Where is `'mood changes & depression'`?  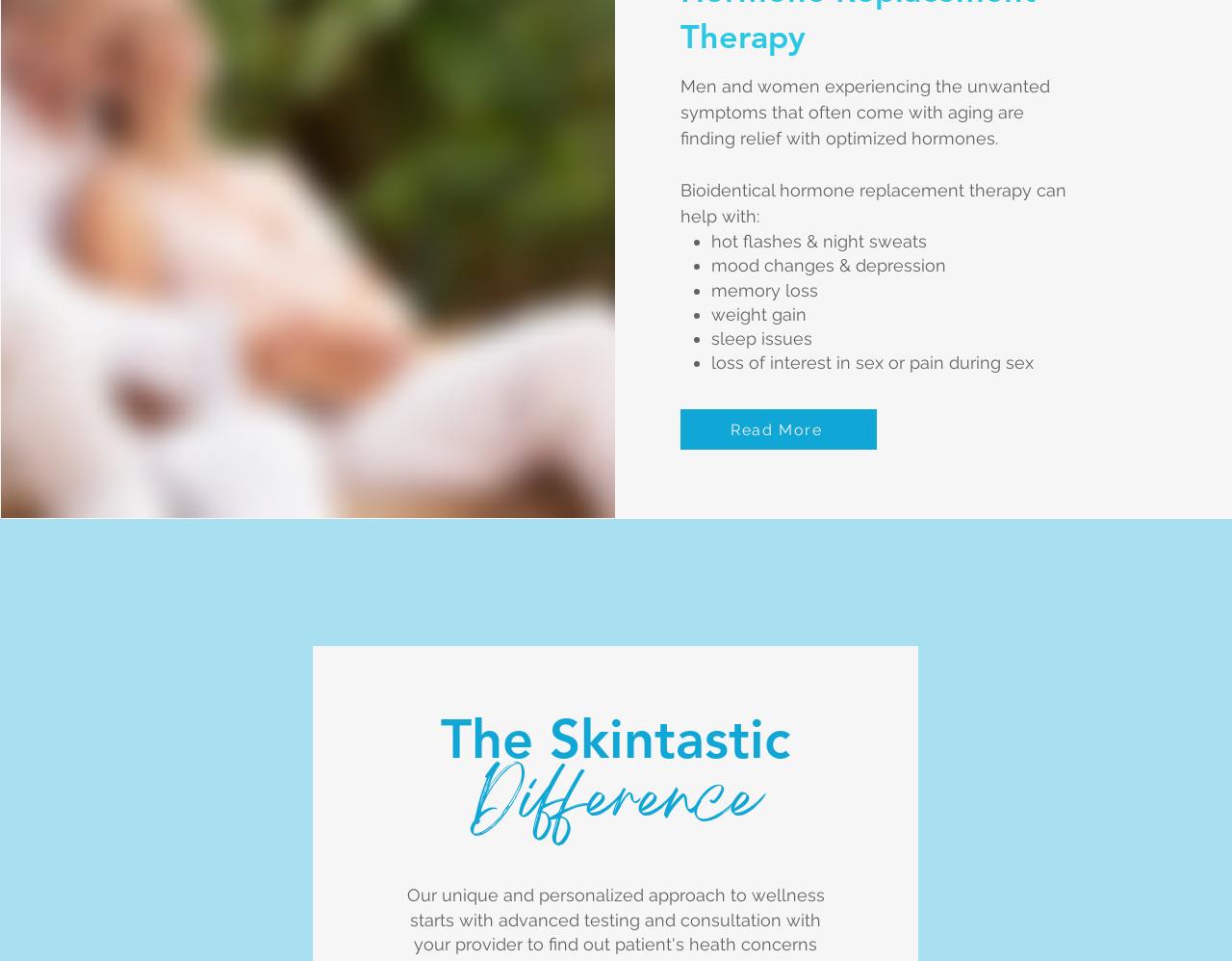
'mood changes & depression' is located at coordinates (829, 264).